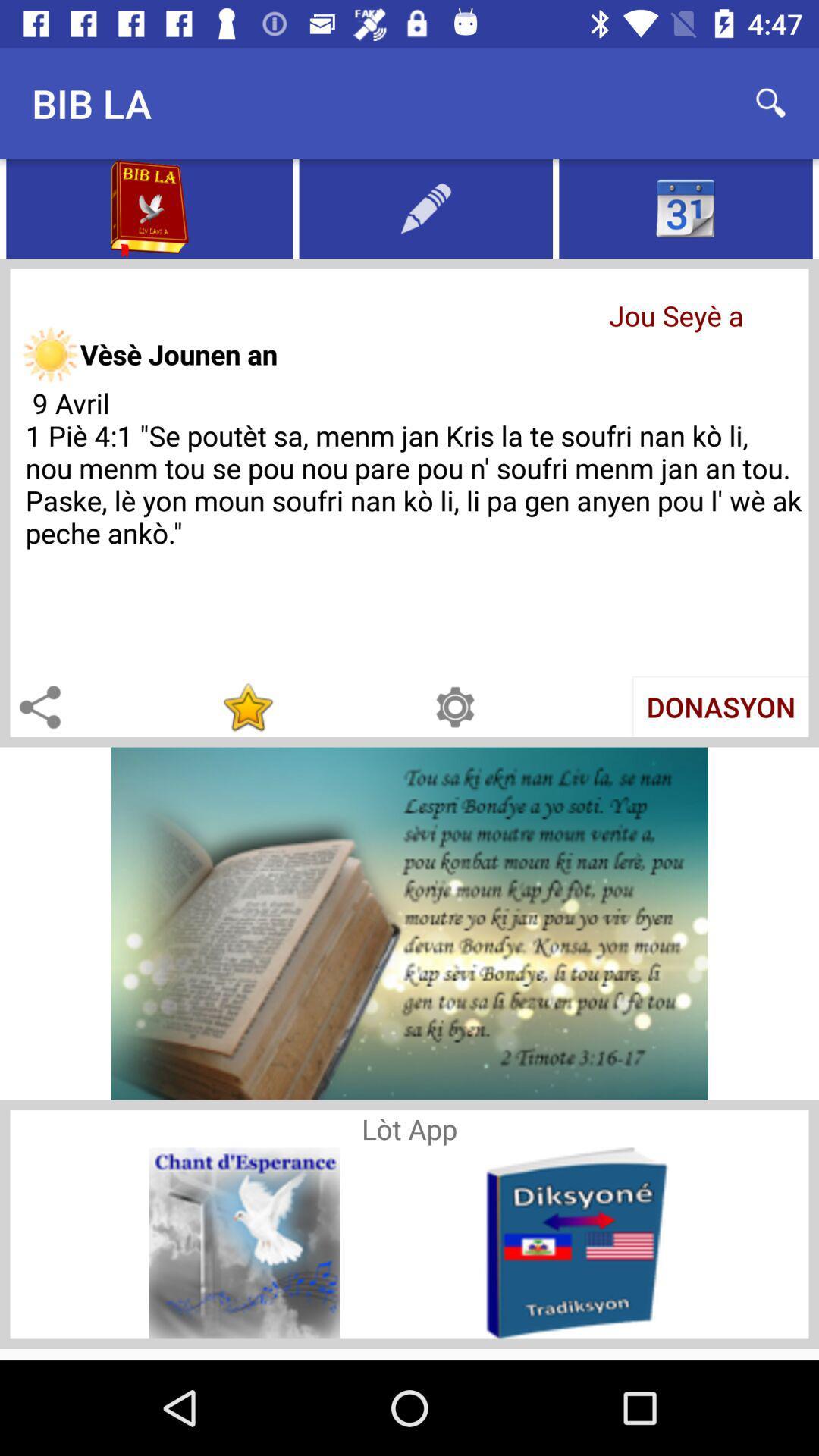 The image size is (819, 1456). Describe the element at coordinates (39, 706) in the screenshot. I see `the share icon` at that location.